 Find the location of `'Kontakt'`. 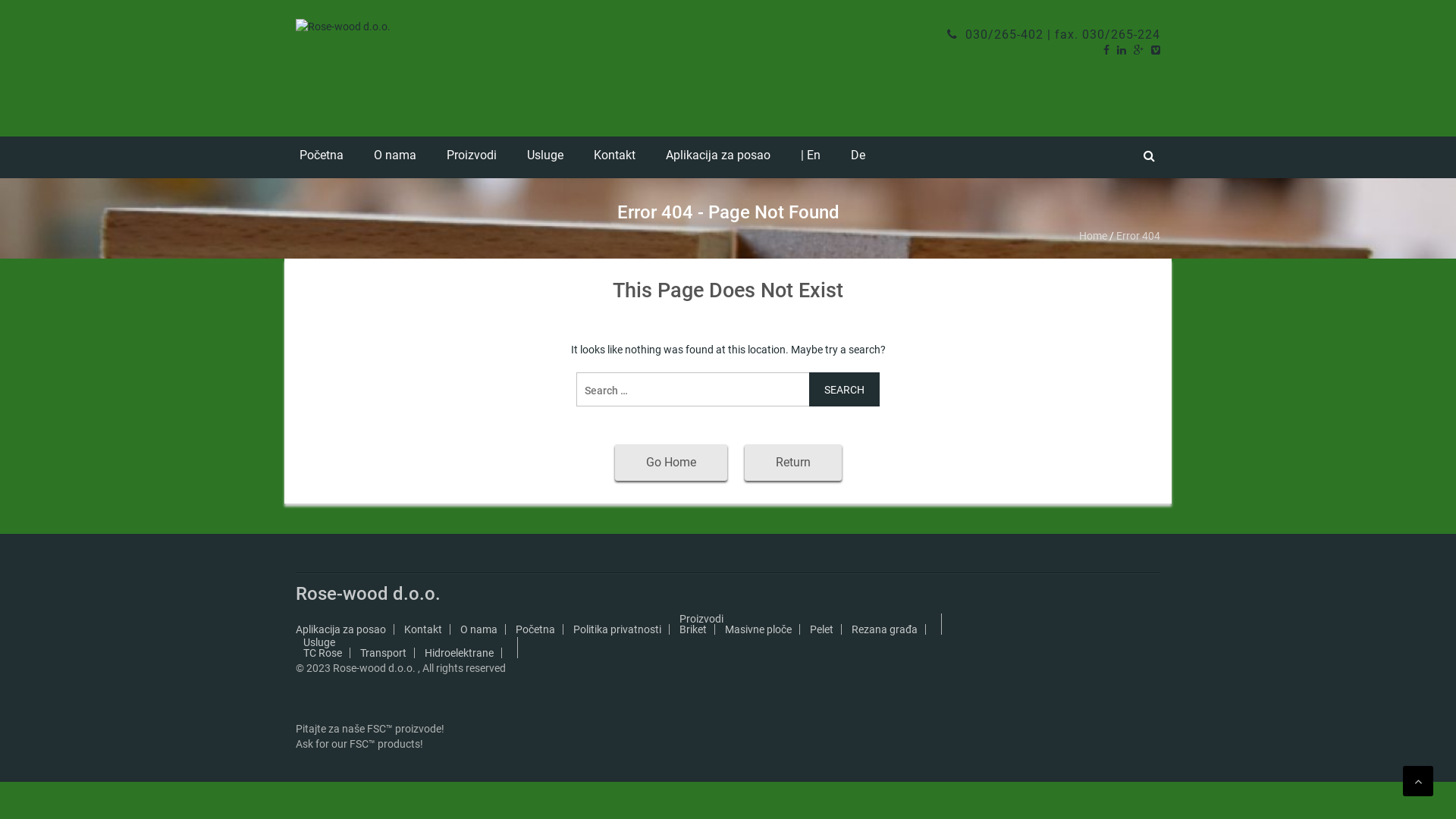

'Kontakt' is located at coordinates (403, 629).